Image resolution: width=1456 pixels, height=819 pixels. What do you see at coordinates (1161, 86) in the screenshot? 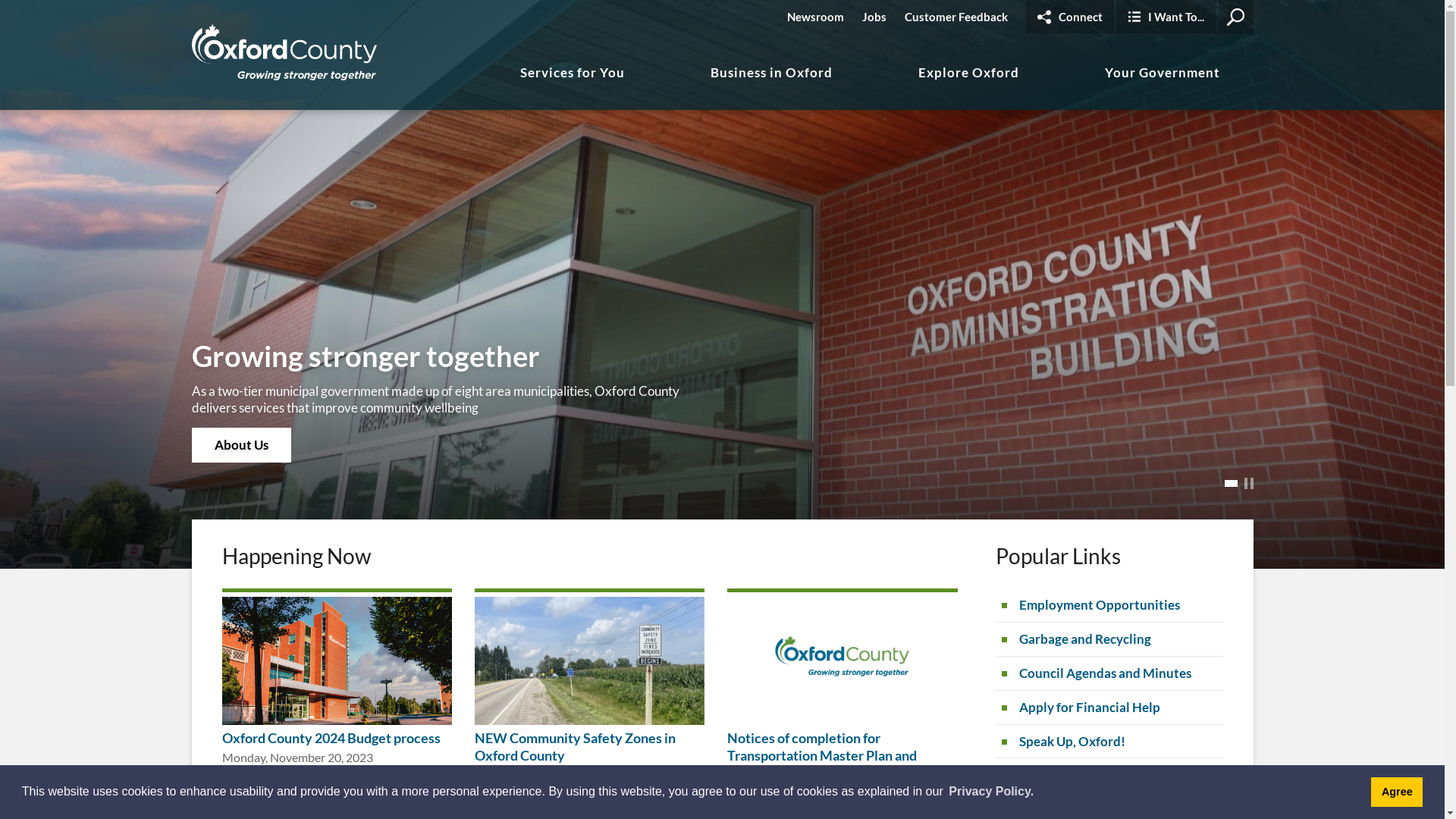
I see `'Your Government'` at bounding box center [1161, 86].